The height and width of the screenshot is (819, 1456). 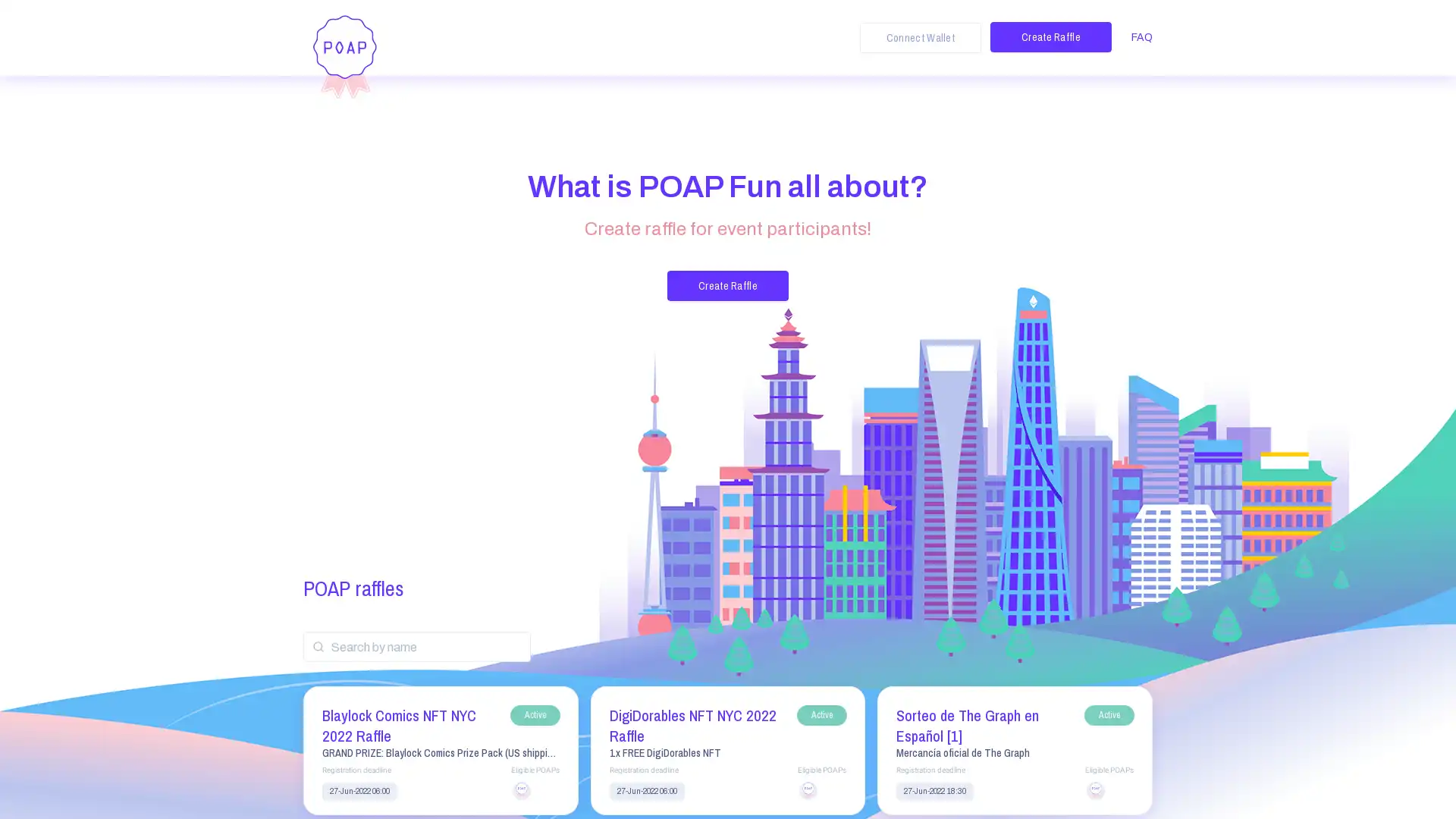 I want to click on Connect Wallet, so click(x=920, y=37).